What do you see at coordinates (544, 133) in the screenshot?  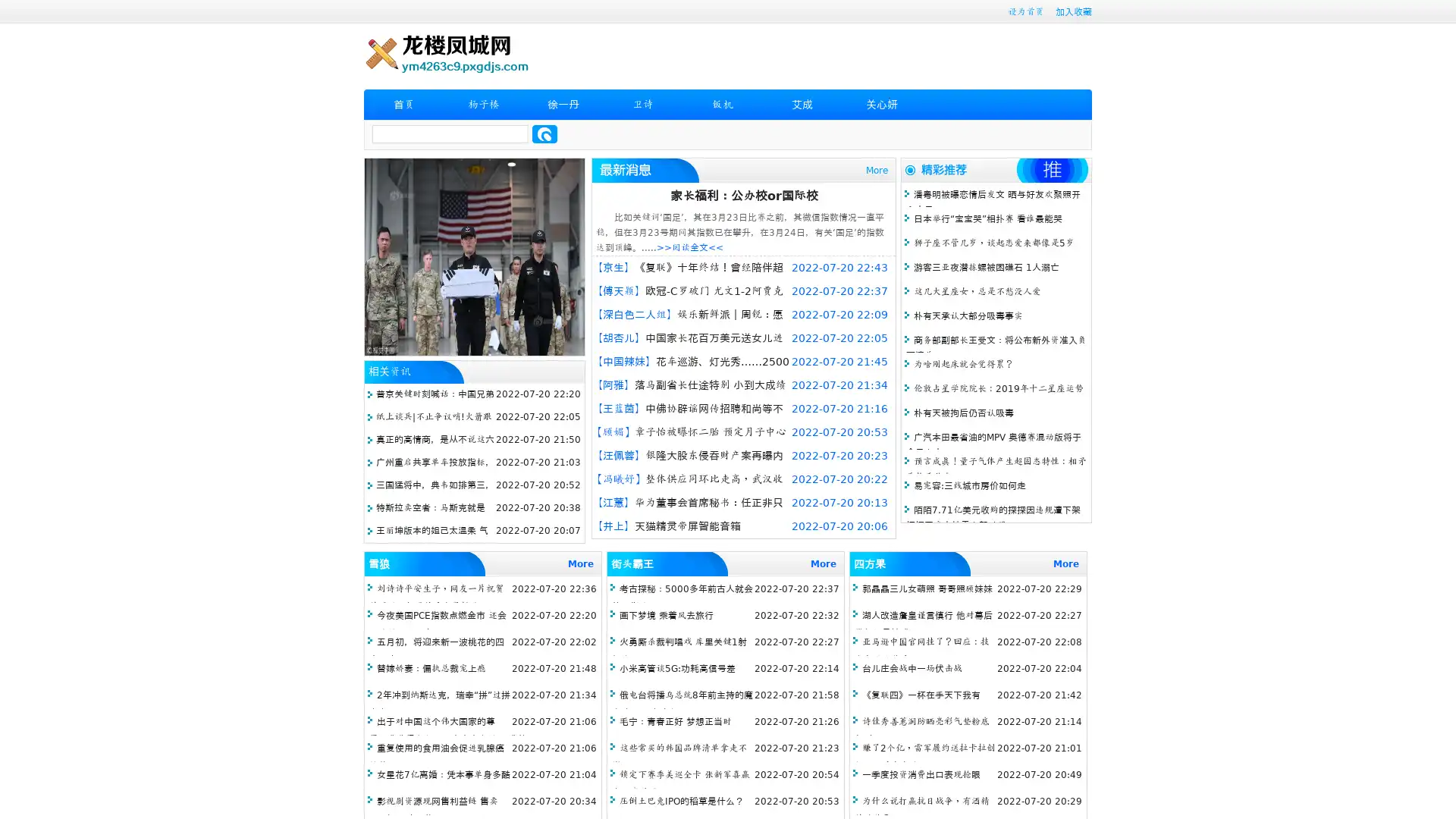 I see `Search` at bounding box center [544, 133].